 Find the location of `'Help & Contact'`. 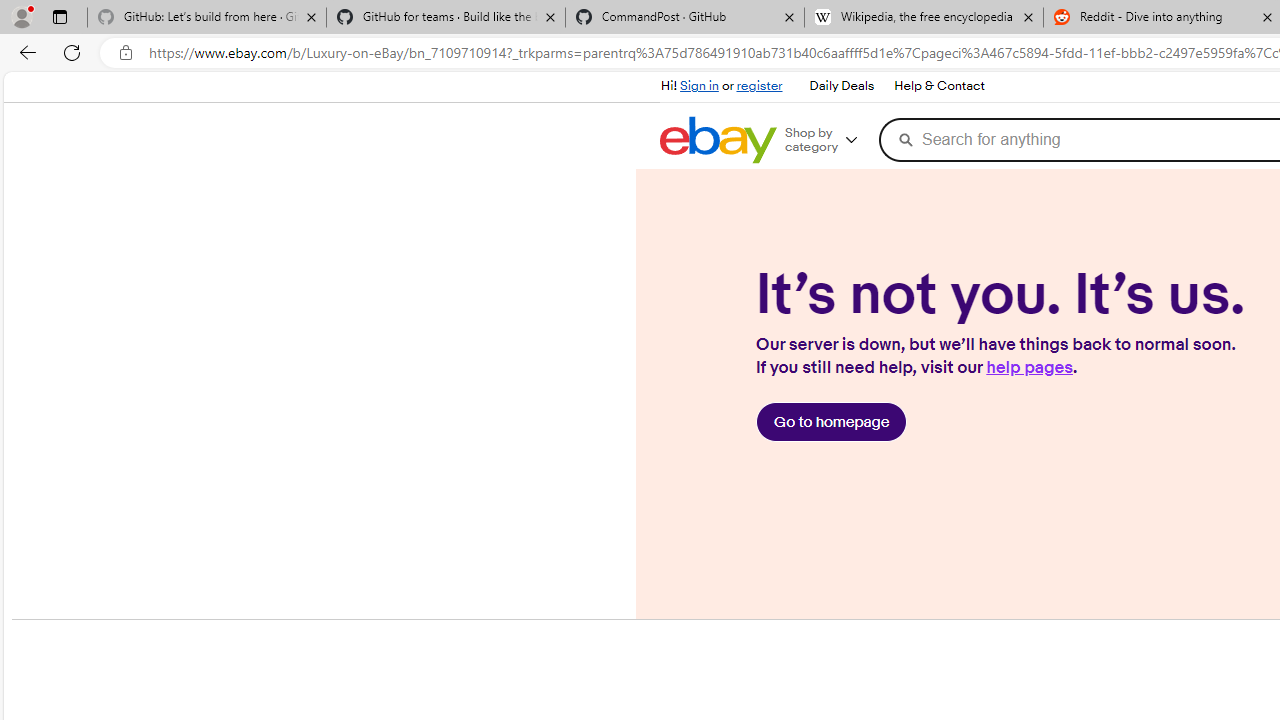

'Help & Contact' is located at coordinates (938, 86).